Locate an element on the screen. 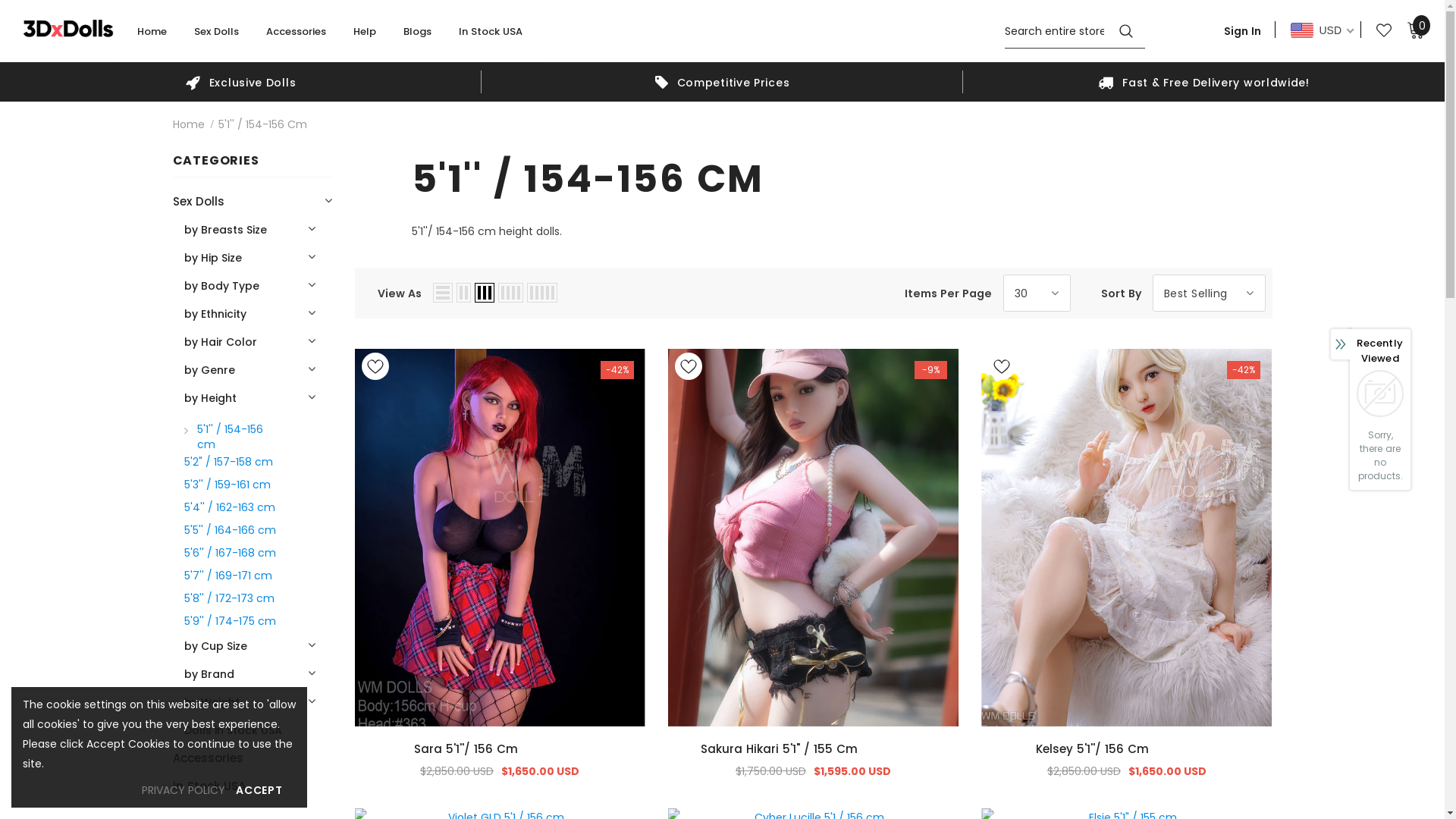 The height and width of the screenshot is (819, 1456). 'by Hair Color' is located at coordinates (182, 341).